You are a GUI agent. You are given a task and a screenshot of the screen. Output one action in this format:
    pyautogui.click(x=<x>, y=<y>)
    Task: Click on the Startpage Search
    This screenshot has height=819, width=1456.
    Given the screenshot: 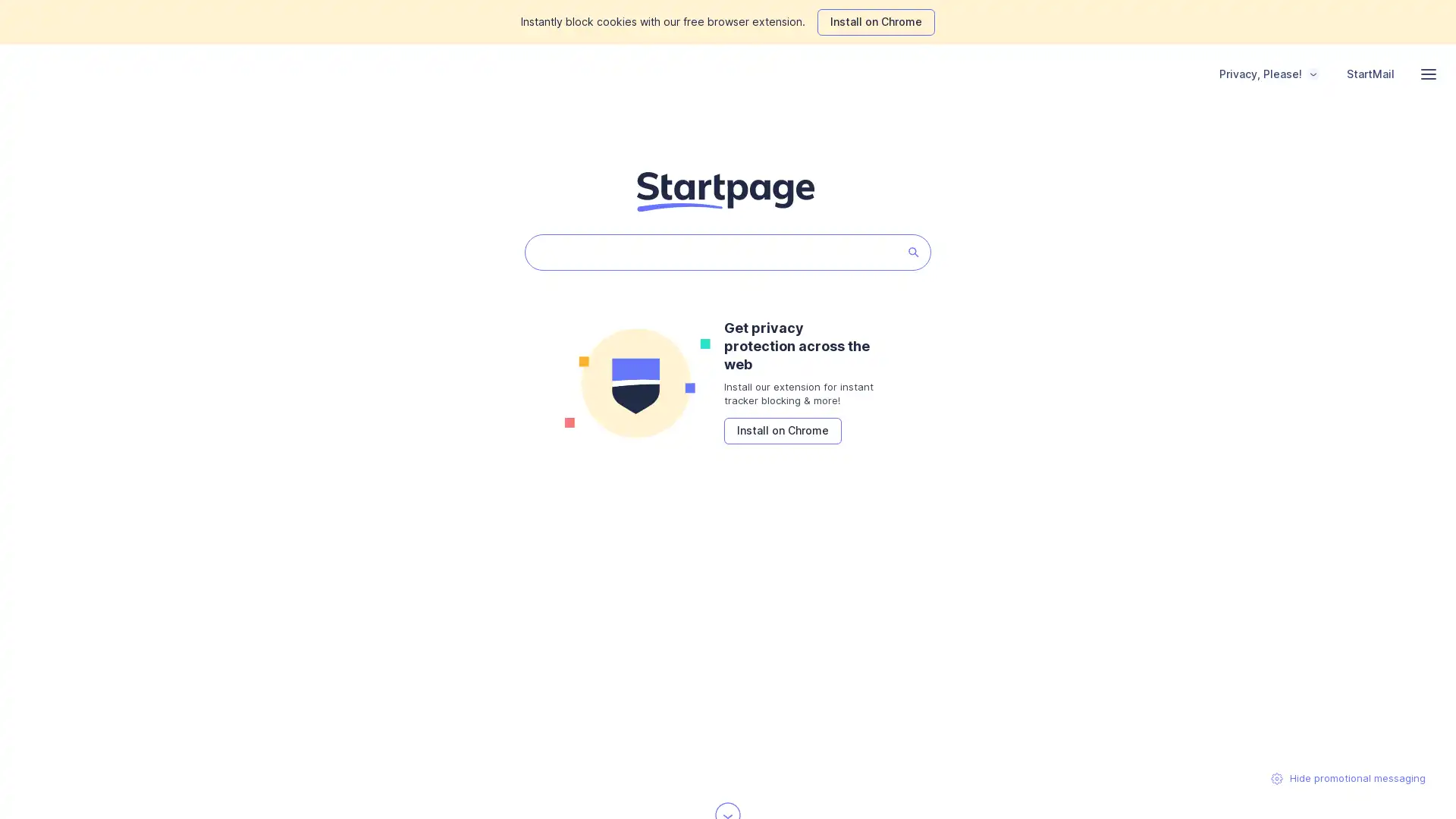 What is the action you would take?
    pyautogui.click(x=912, y=250)
    